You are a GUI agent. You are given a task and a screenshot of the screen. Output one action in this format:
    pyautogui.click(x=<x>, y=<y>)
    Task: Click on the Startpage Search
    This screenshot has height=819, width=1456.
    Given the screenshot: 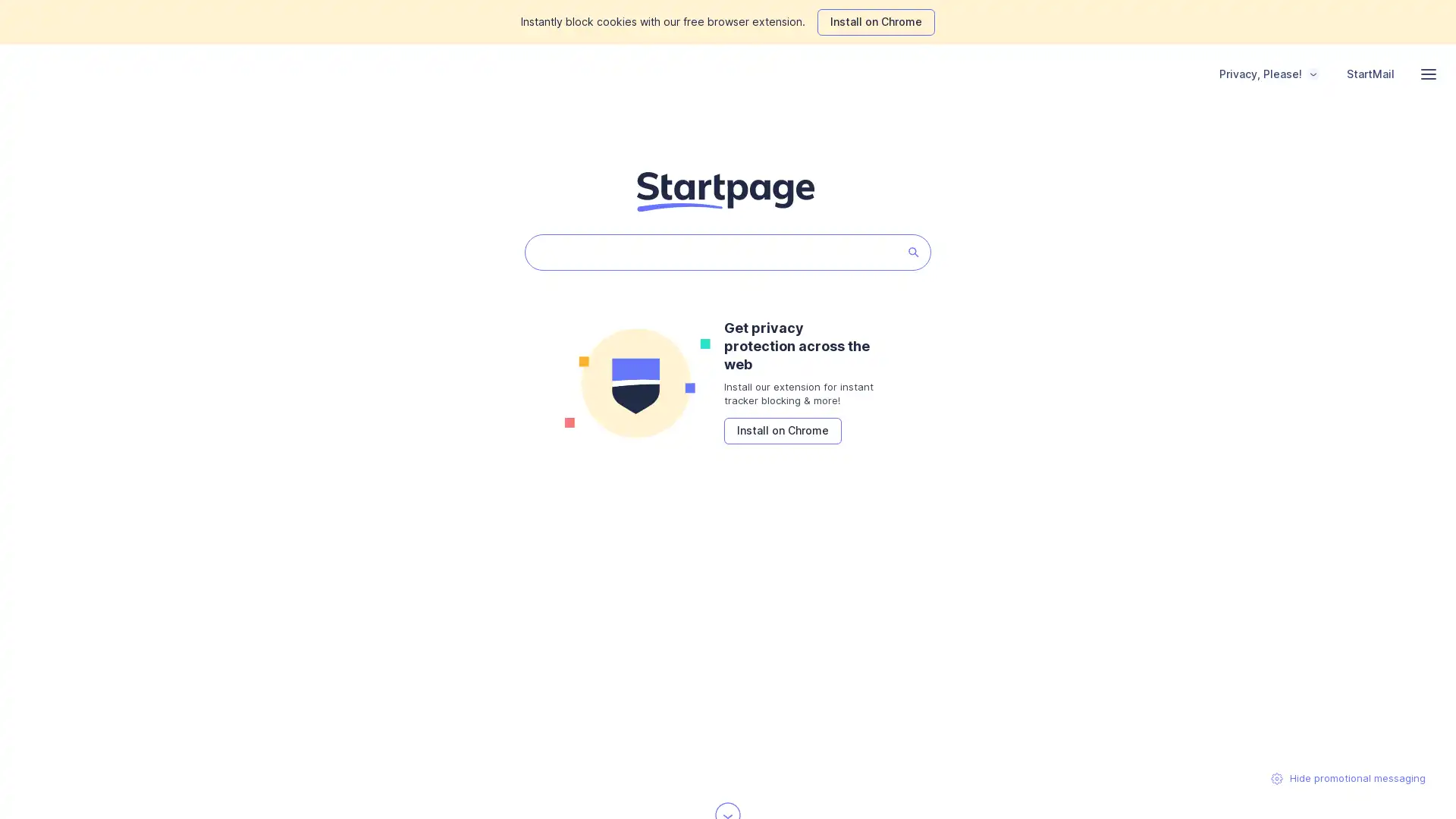 What is the action you would take?
    pyautogui.click(x=912, y=250)
    